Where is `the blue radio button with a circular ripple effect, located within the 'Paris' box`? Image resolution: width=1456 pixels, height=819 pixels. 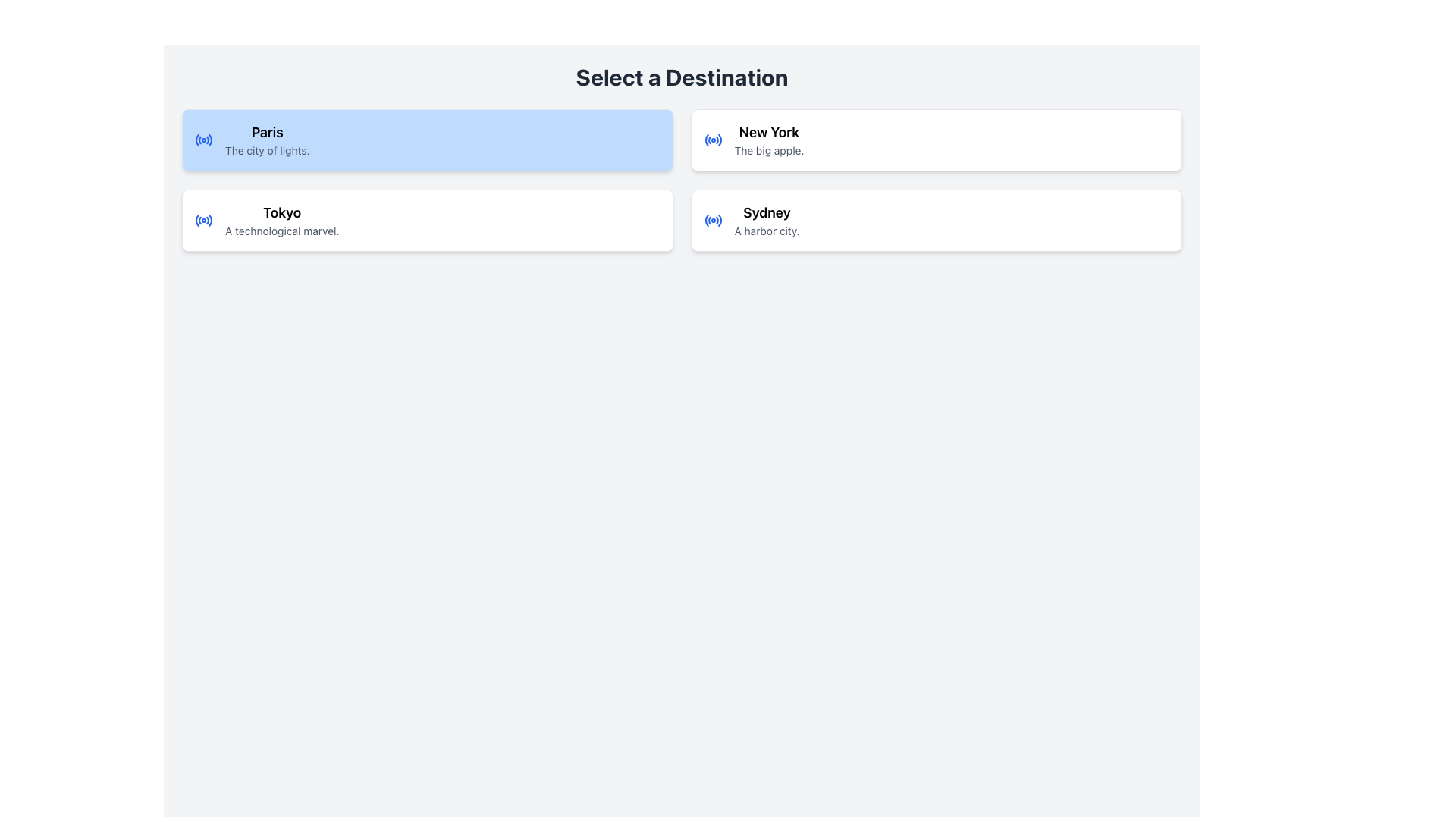 the blue radio button with a circular ripple effect, located within the 'Paris' box is located at coordinates (202, 140).